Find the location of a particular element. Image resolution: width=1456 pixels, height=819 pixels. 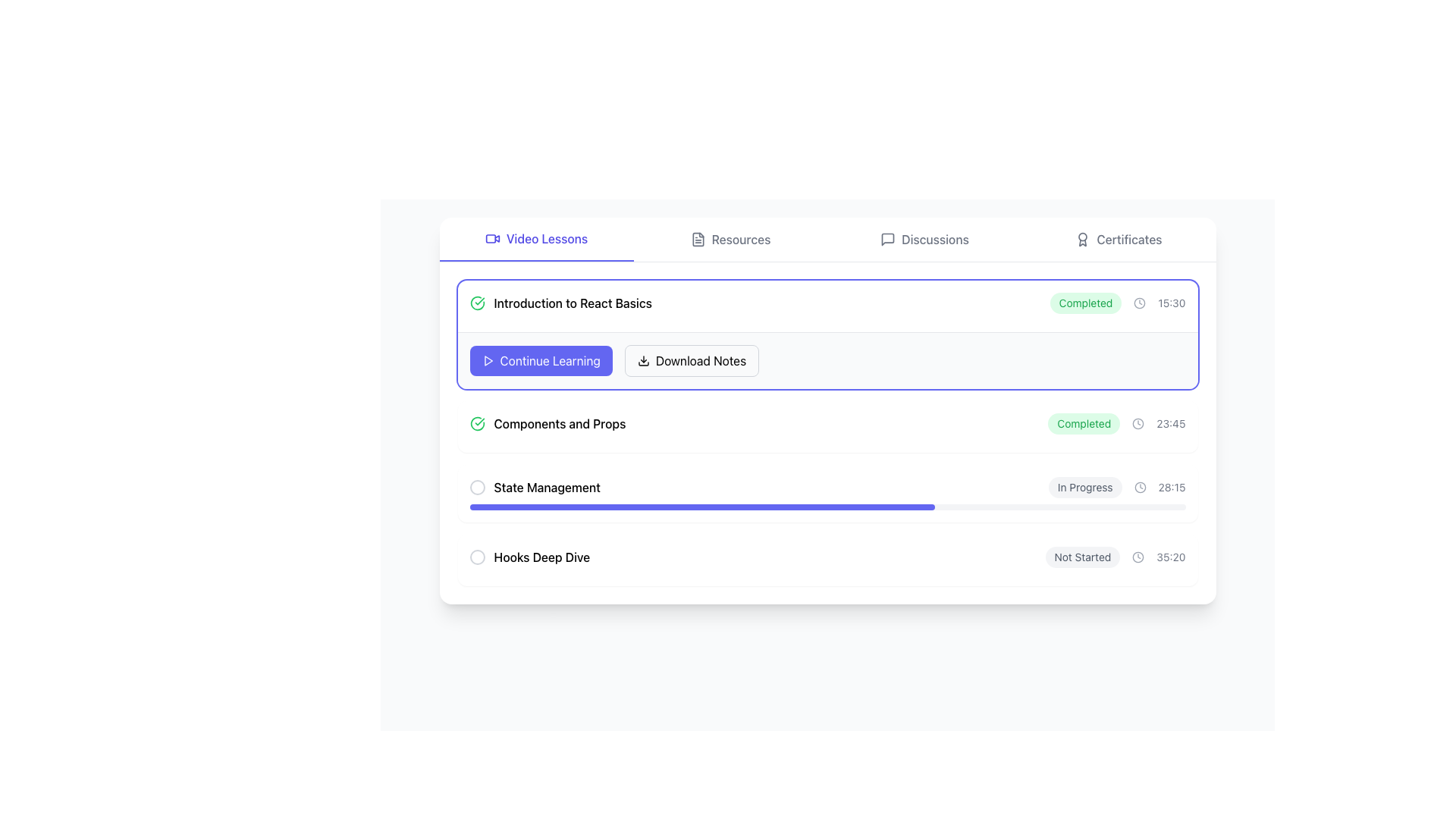

the Composite element that consists of a green badge with 'Completed', a small clock icon, and the text '15:30' in gray, located in the top-right section of the 'Introduction to React Basics' card is located at coordinates (1117, 303).